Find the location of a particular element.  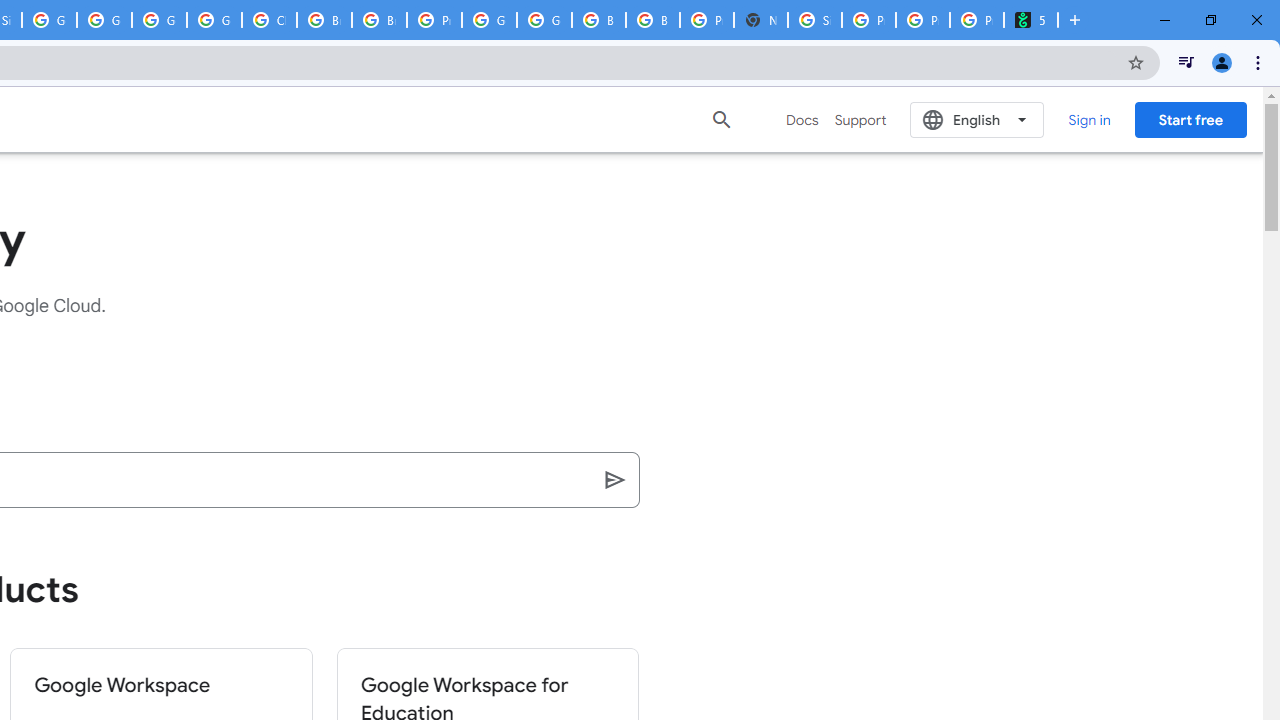

'Support' is located at coordinates (860, 119).